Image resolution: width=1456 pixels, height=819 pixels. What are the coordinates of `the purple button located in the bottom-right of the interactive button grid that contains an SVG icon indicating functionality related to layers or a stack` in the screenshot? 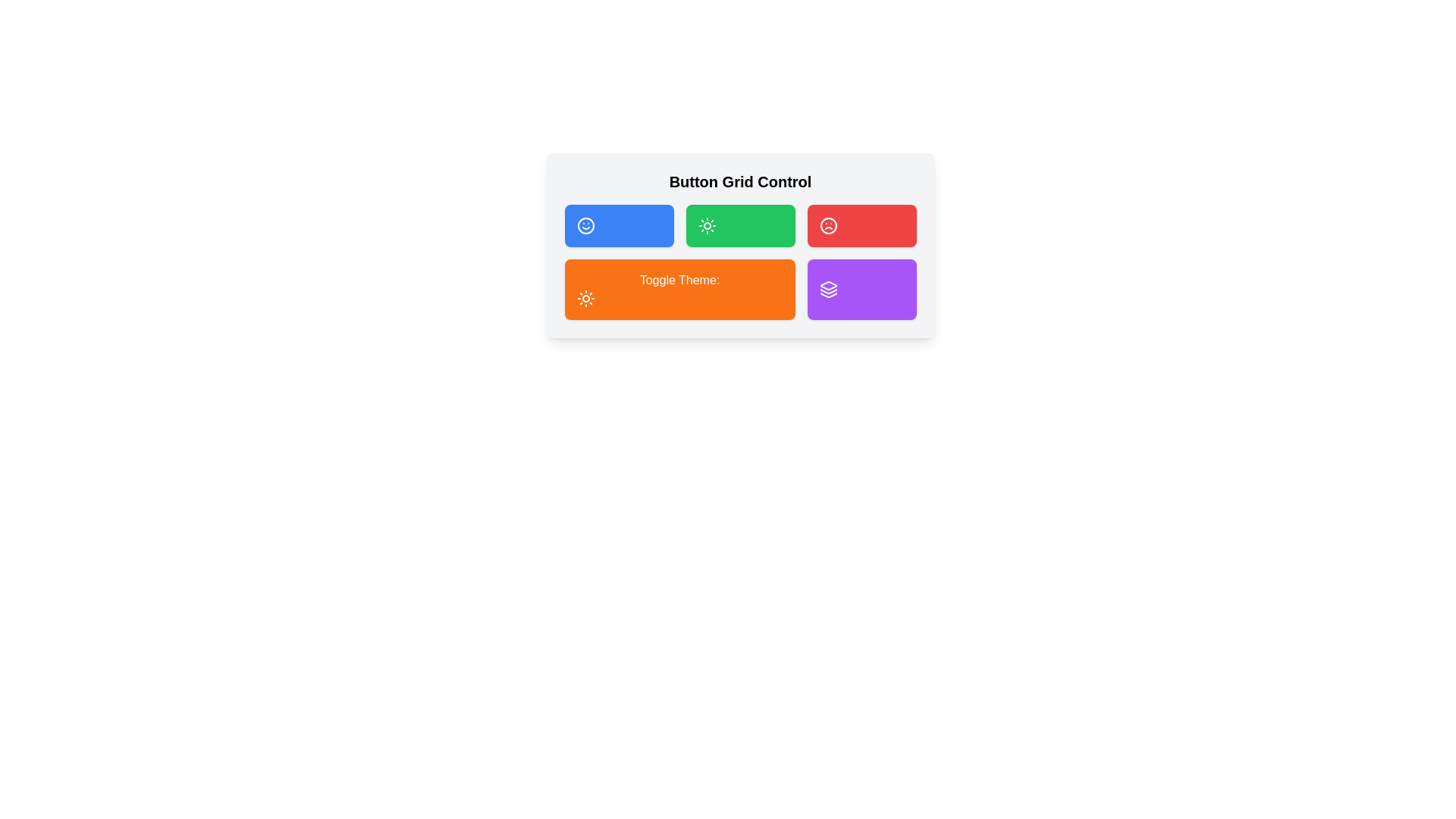 It's located at (827, 289).